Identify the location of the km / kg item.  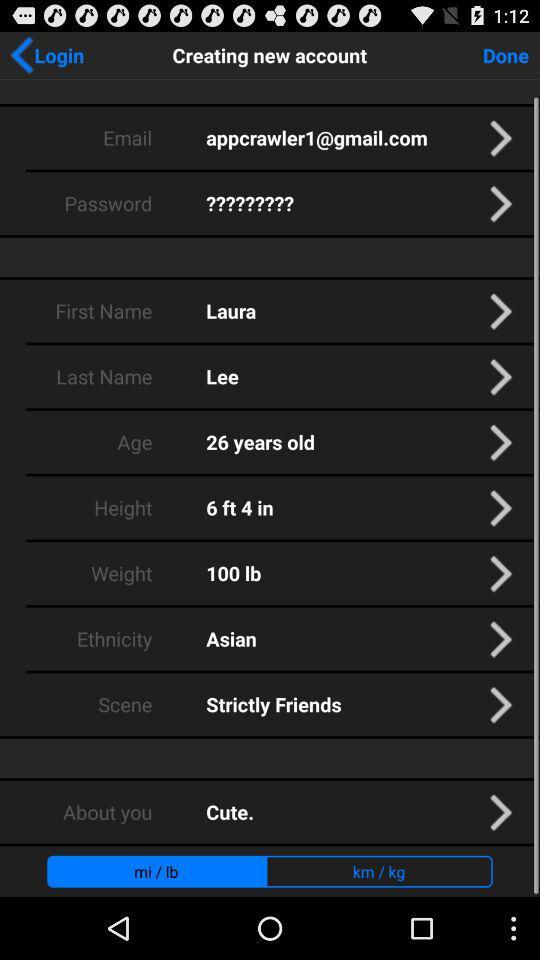
(379, 870).